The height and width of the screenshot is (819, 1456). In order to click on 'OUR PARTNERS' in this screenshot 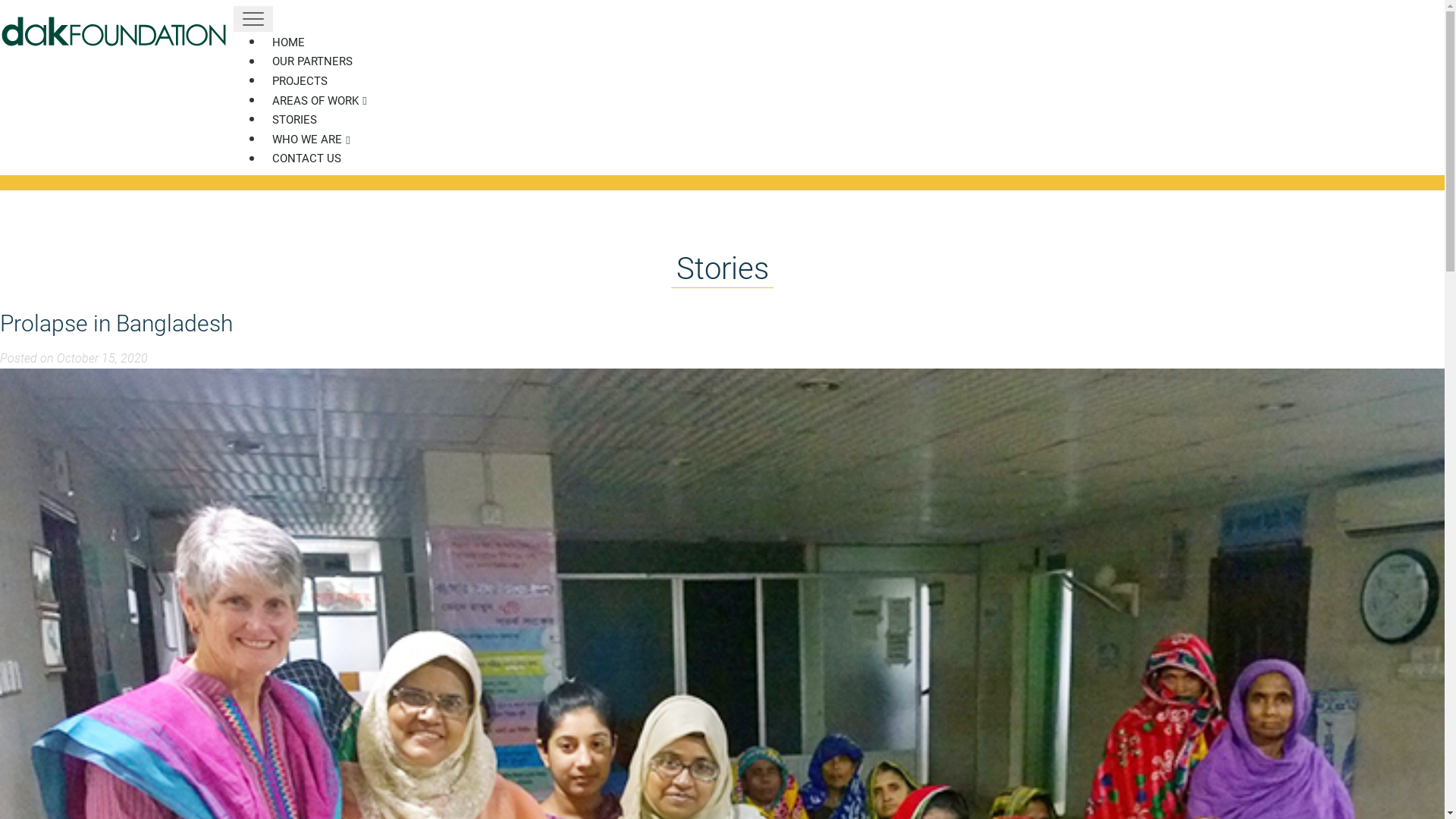, I will do `click(312, 61)`.